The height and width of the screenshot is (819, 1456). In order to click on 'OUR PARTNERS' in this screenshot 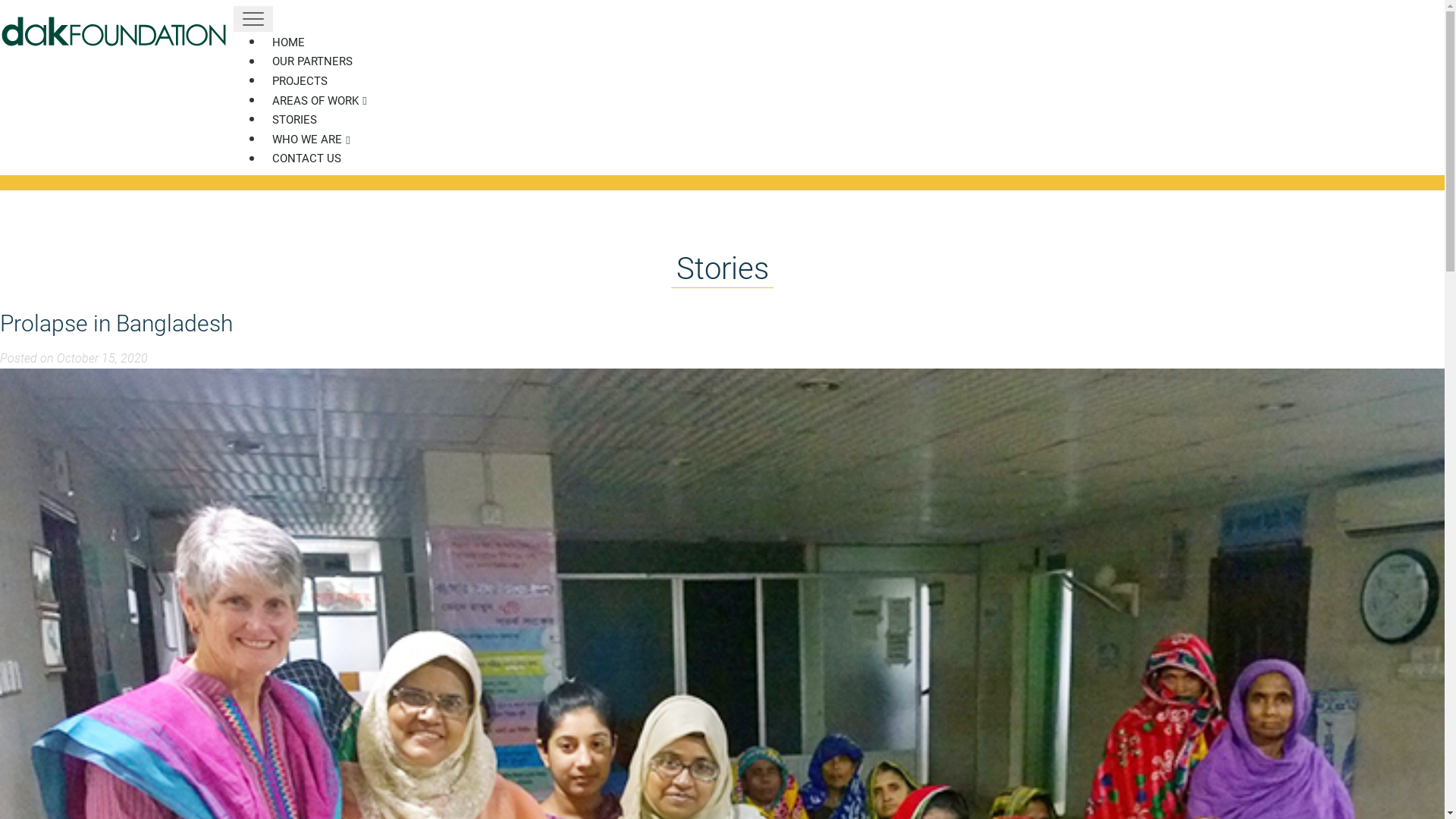, I will do `click(312, 61)`.